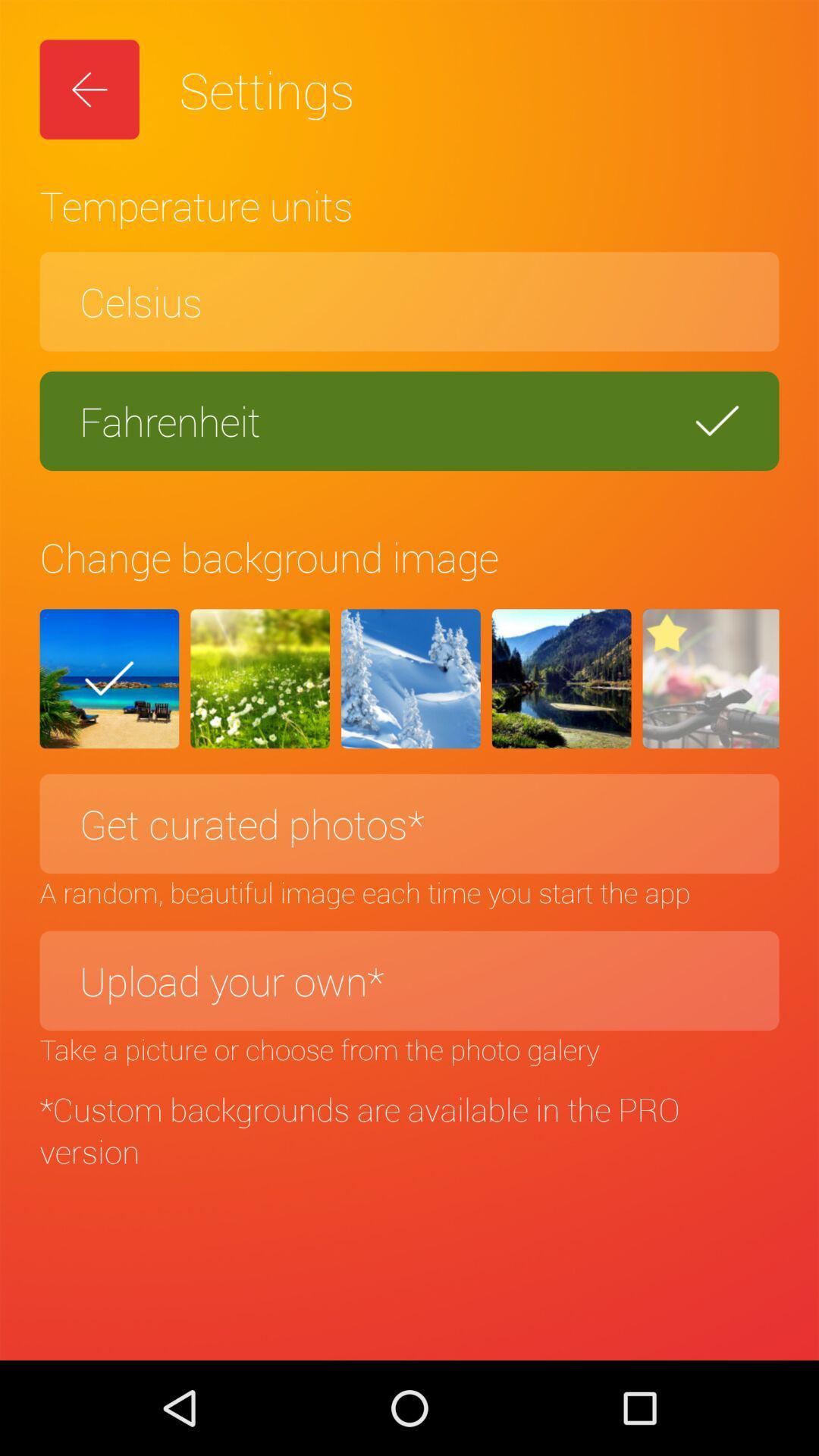 Image resolution: width=819 pixels, height=1456 pixels. Describe the element at coordinates (89, 89) in the screenshot. I see `the icon above temperature units icon` at that location.